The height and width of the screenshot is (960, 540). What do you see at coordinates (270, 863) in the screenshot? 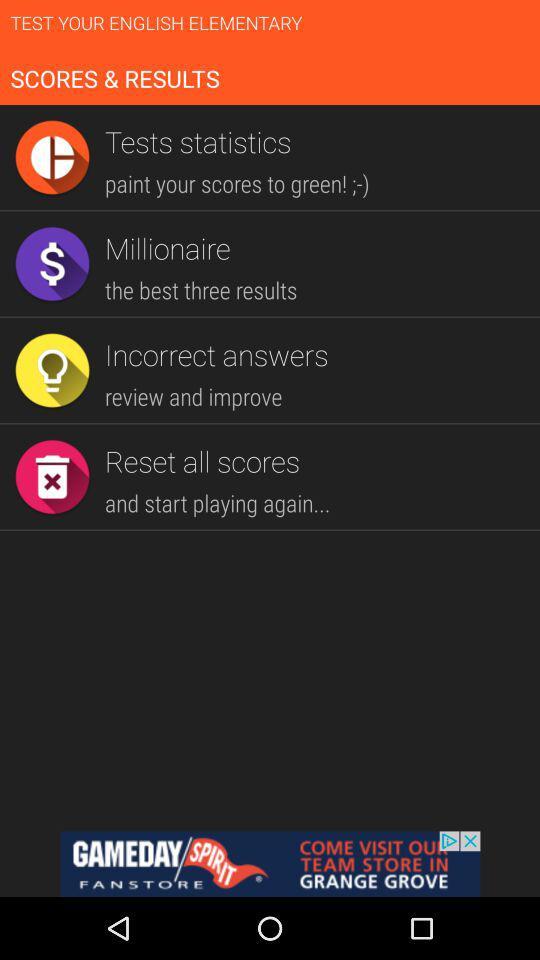
I see `visit team store` at bounding box center [270, 863].